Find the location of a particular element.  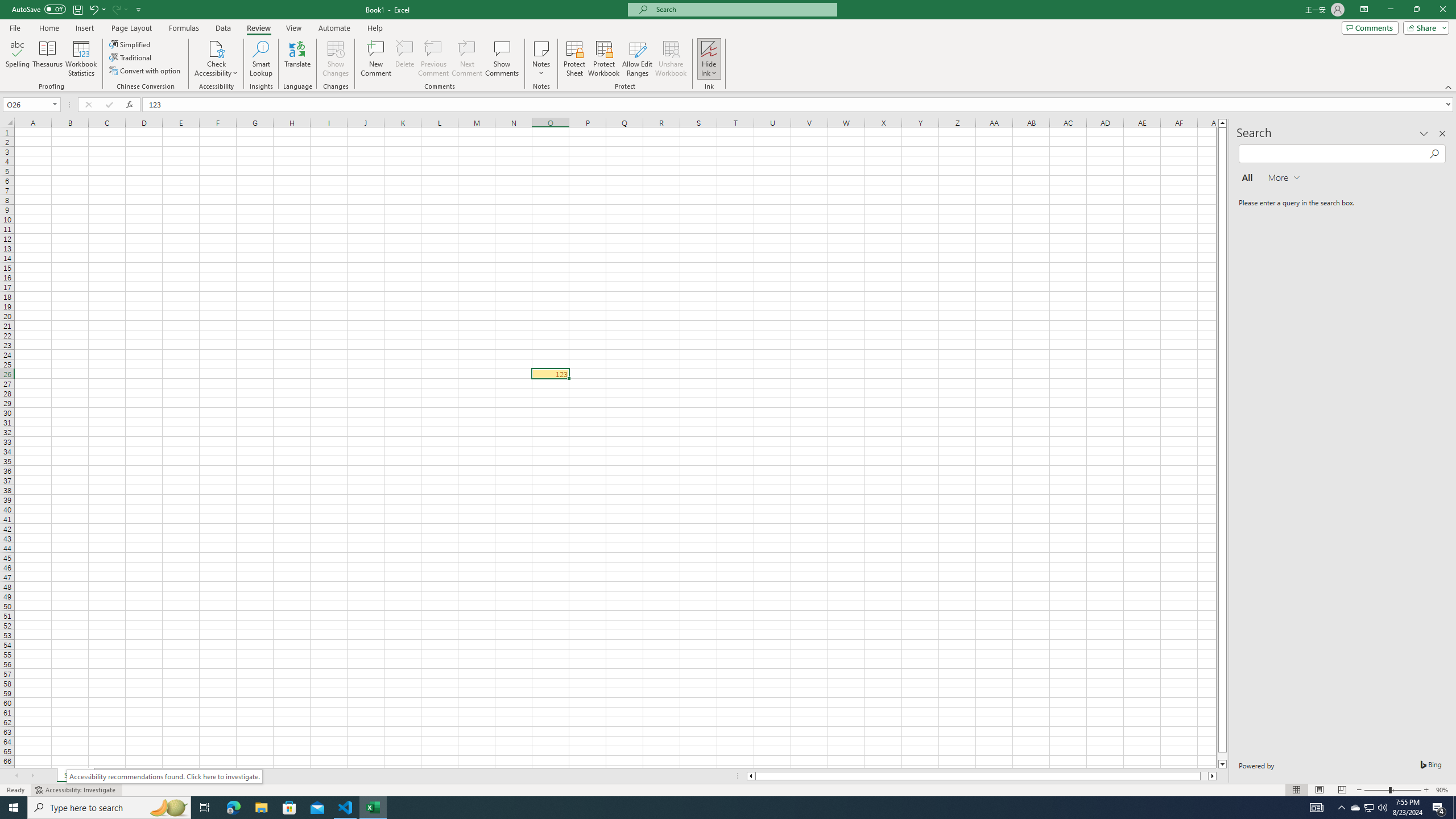

'Allow Edit Ranges' is located at coordinates (638, 59).